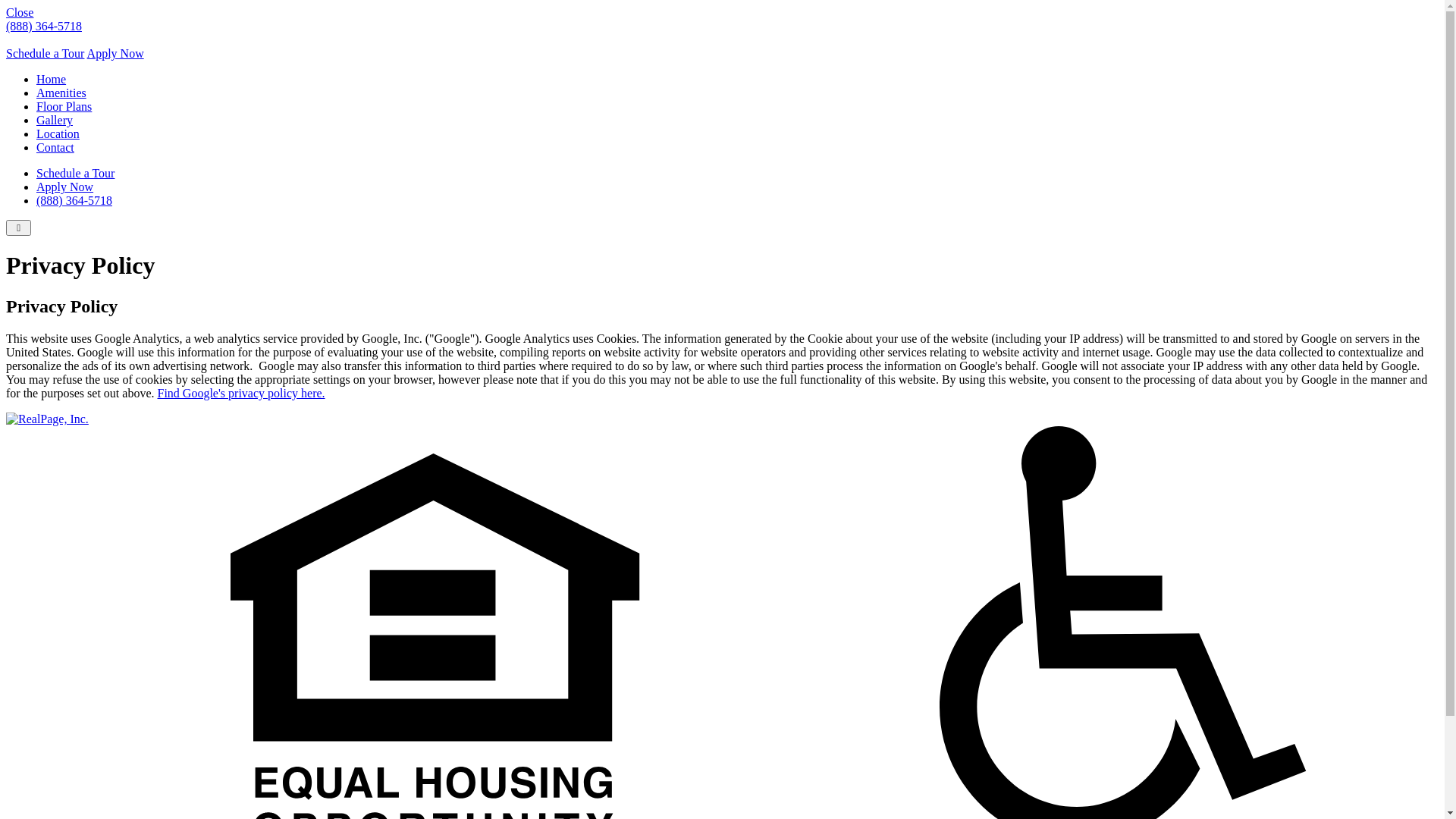  I want to click on 'Home', so click(51, 79).